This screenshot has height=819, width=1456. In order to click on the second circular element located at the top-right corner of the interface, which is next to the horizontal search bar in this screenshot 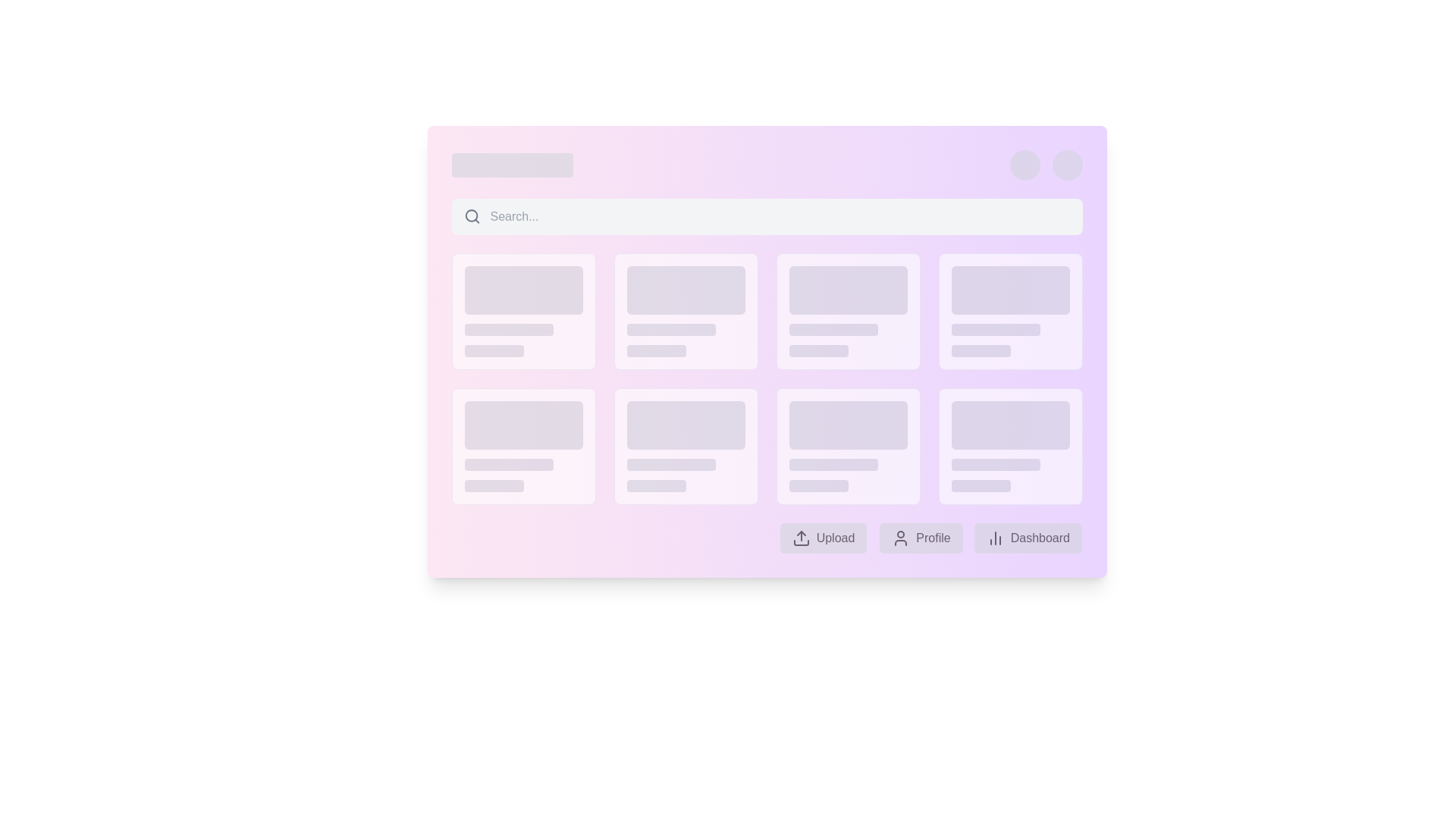, I will do `click(1066, 165)`.